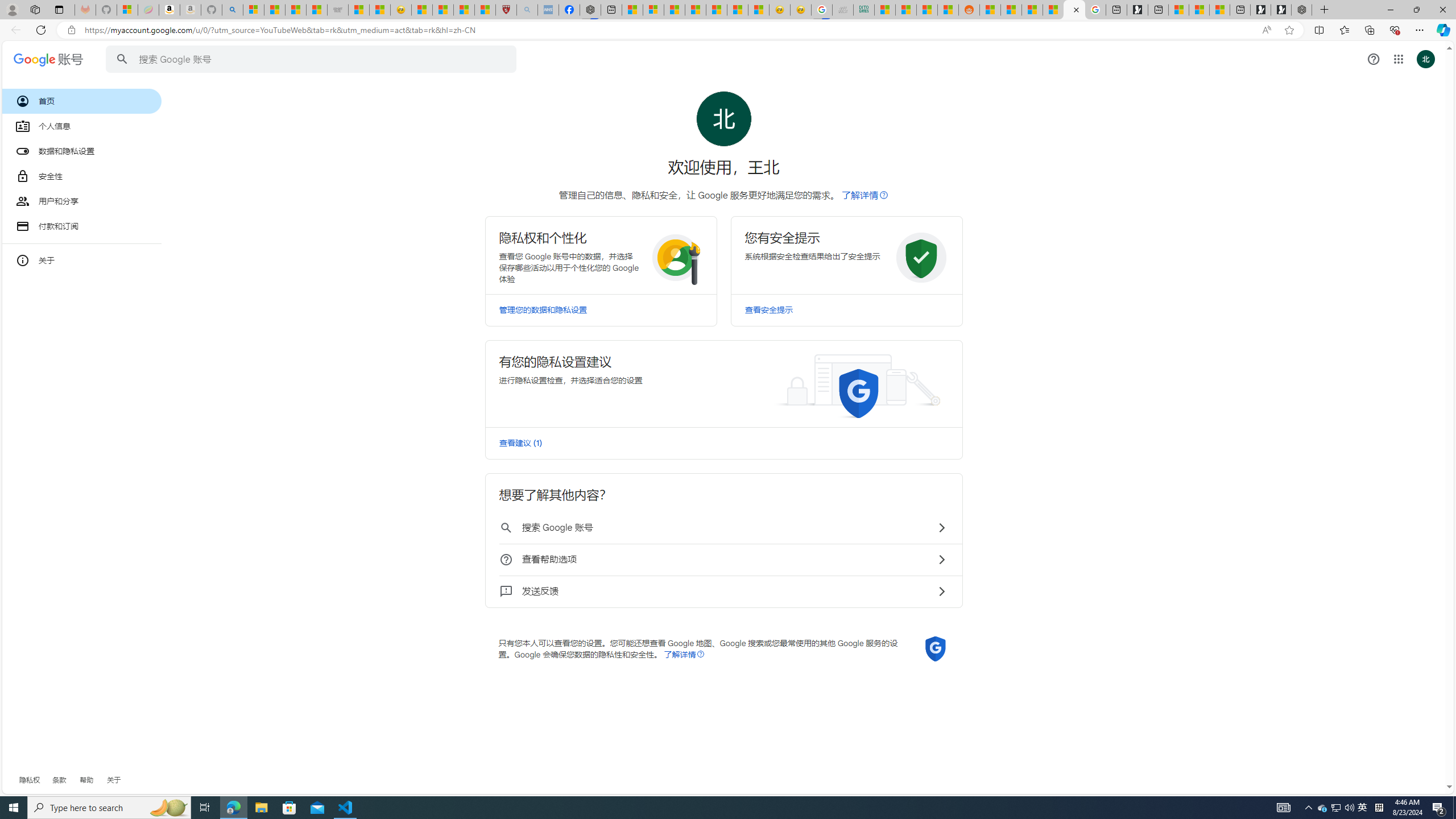 The height and width of the screenshot is (819, 1456). What do you see at coordinates (337, 9) in the screenshot?
I see `'Combat Siege'` at bounding box center [337, 9].